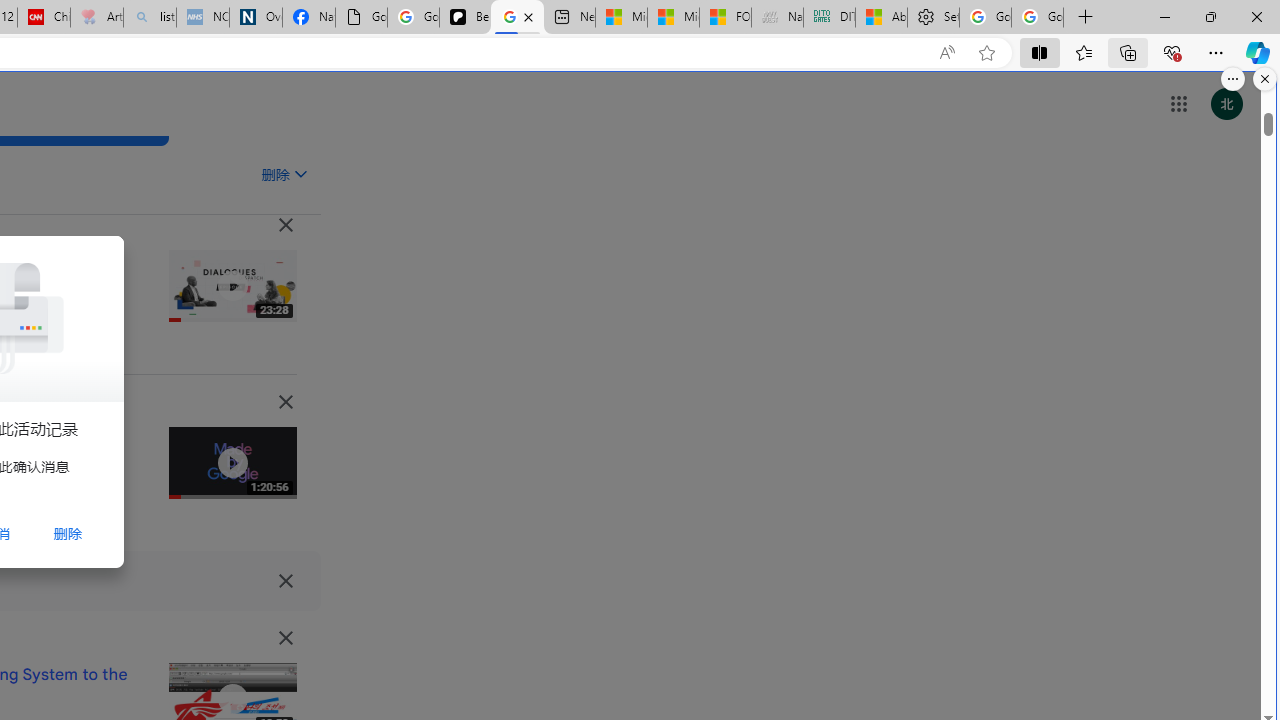 The width and height of the screenshot is (1280, 720). Describe the element at coordinates (1232, 78) in the screenshot. I see `'More options.'` at that location.